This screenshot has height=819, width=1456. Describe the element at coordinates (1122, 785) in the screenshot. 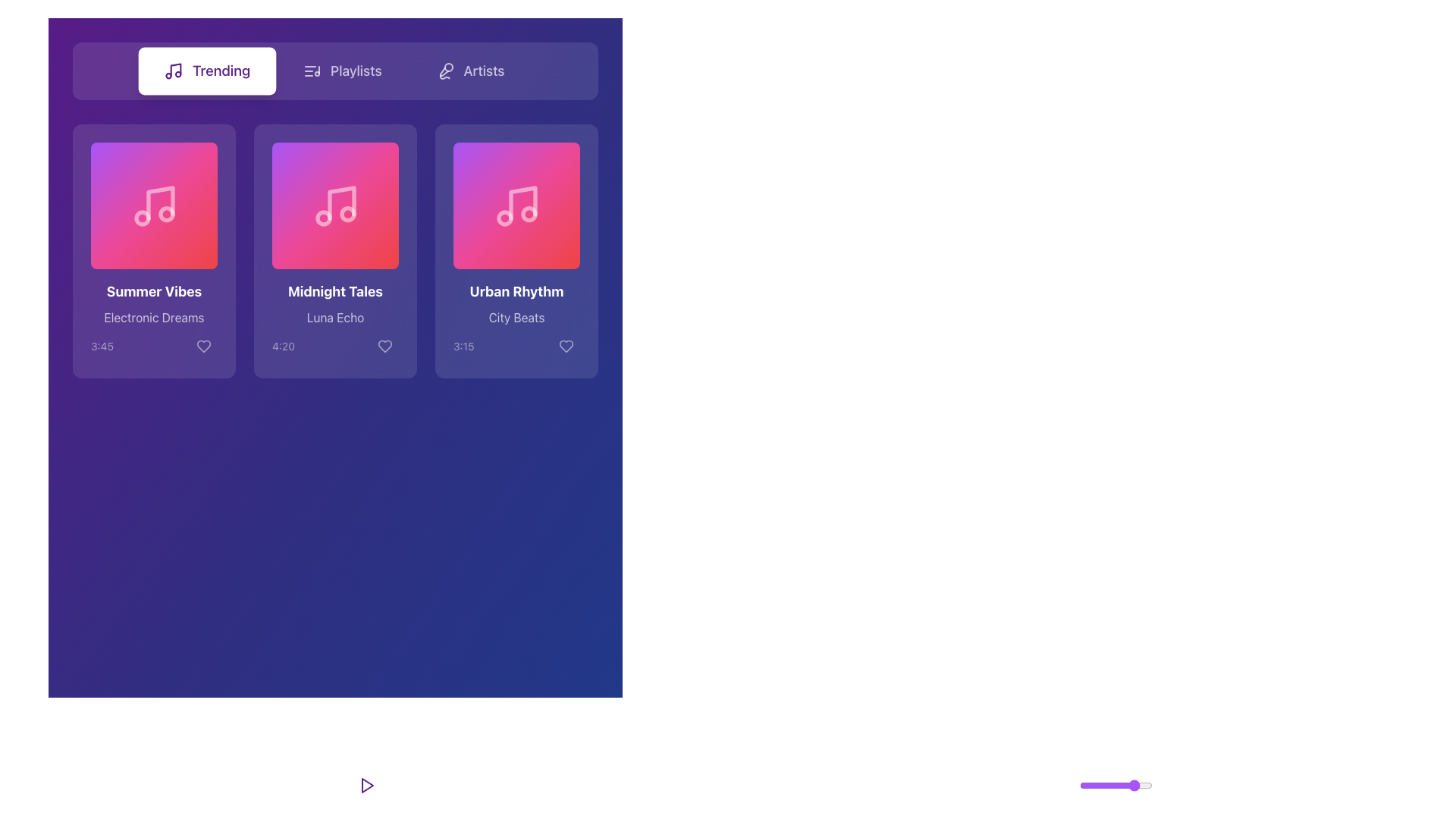

I see `the slider` at that location.